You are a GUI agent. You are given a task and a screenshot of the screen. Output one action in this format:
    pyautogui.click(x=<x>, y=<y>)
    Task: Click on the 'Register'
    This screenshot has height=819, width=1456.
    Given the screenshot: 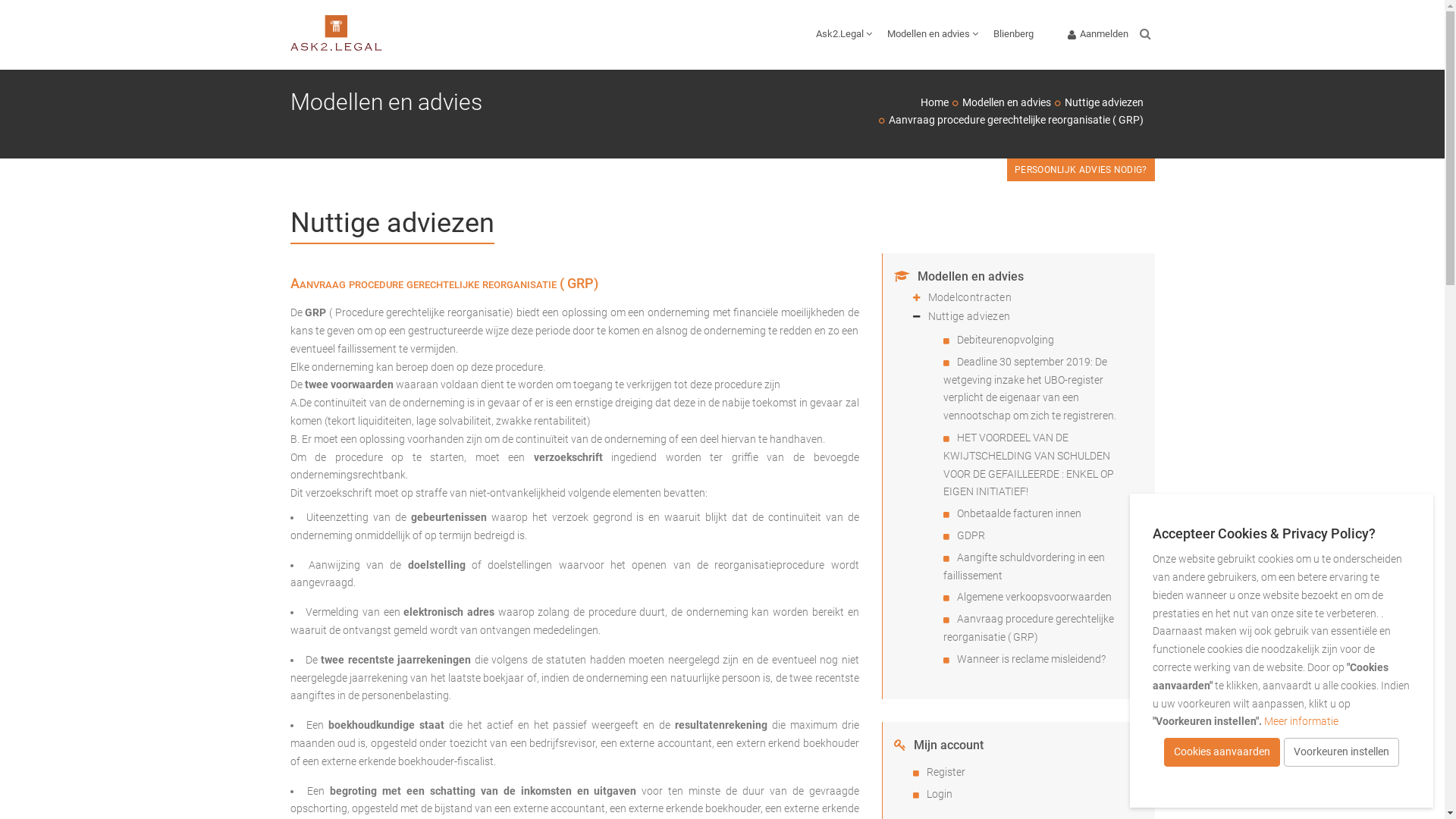 What is the action you would take?
    pyautogui.click(x=945, y=772)
    